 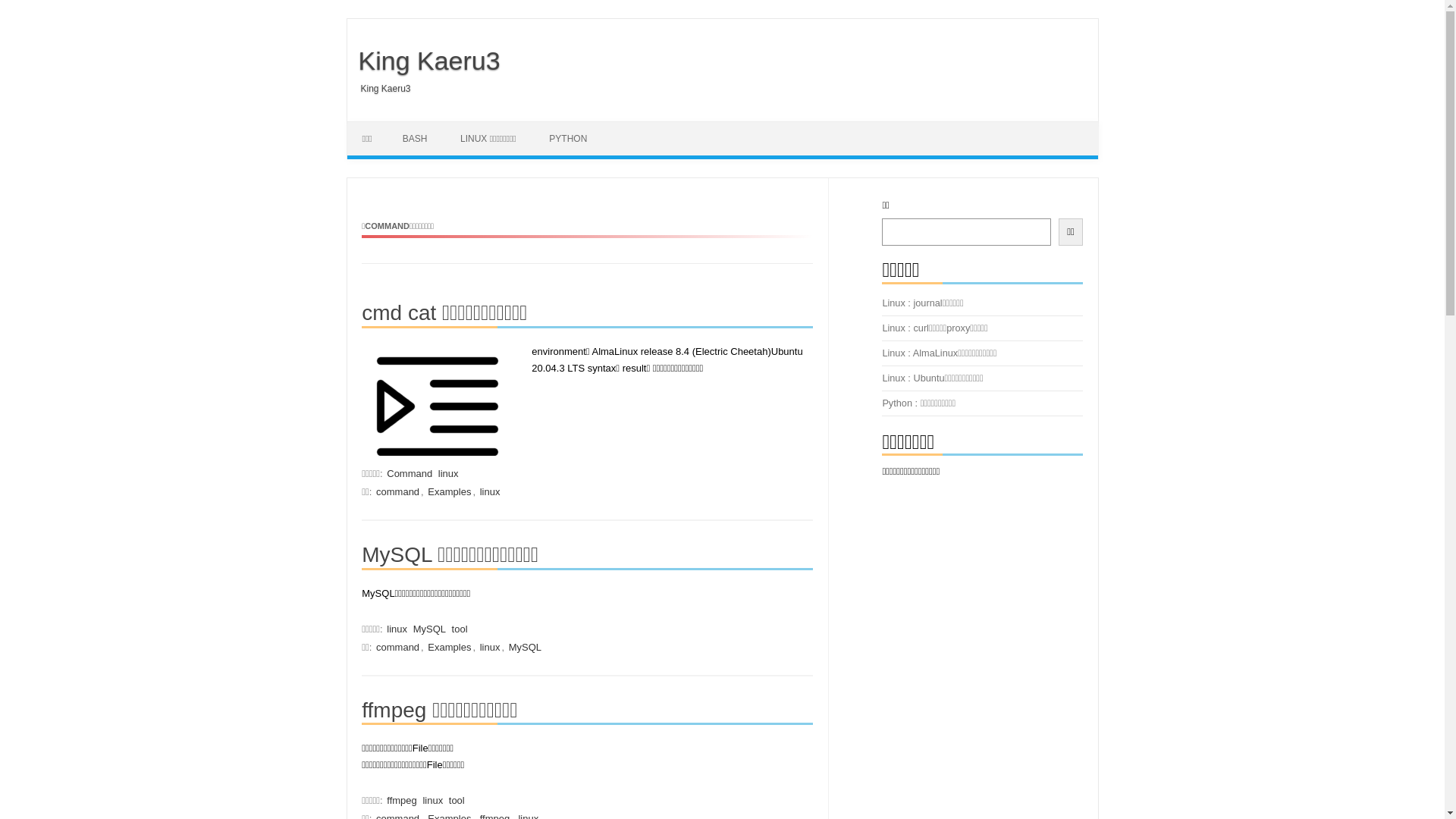 What do you see at coordinates (428, 629) in the screenshot?
I see `'MySQL'` at bounding box center [428, 629].